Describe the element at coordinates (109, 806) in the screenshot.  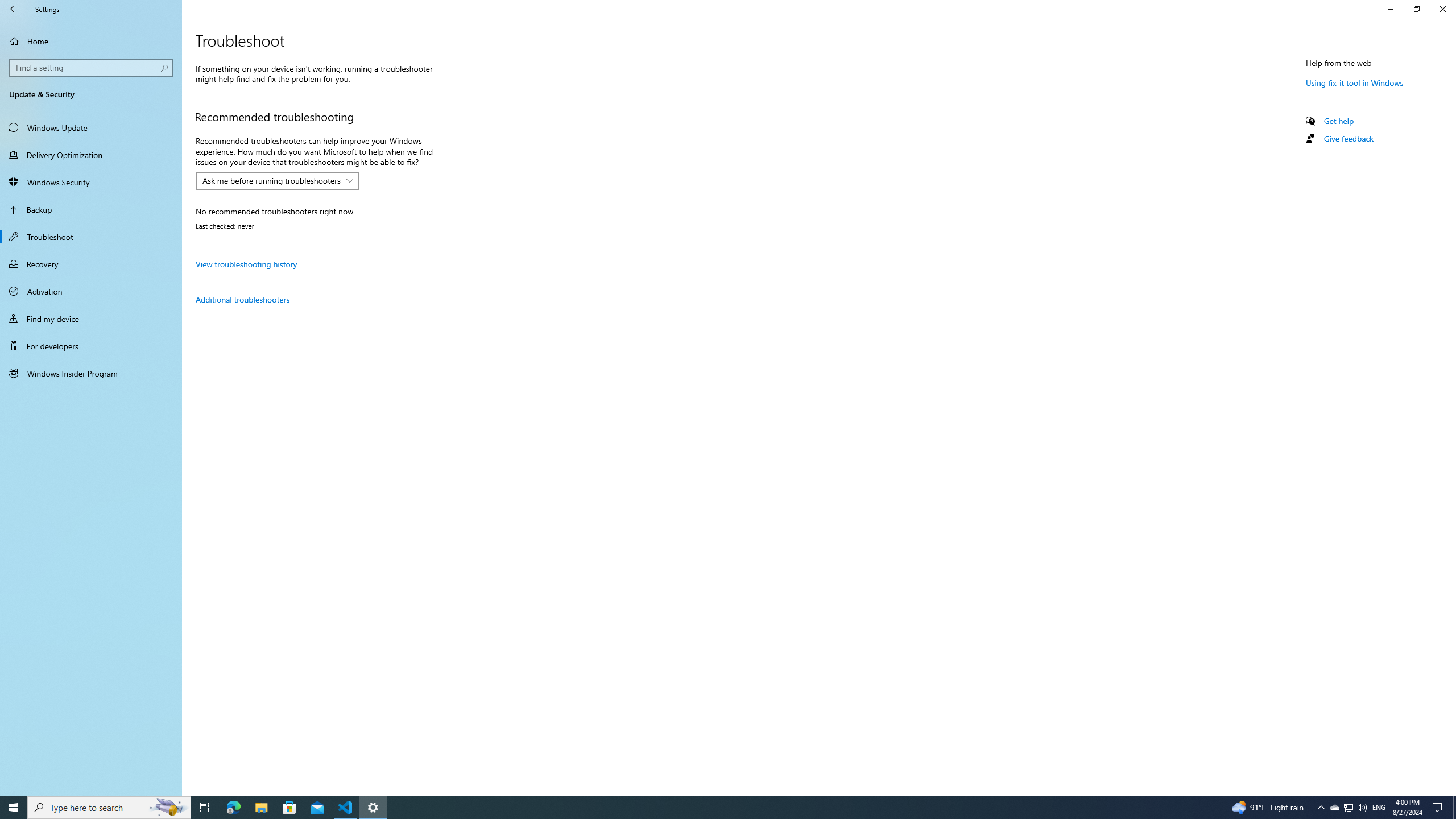
I see `'Type here to search'` at that location.